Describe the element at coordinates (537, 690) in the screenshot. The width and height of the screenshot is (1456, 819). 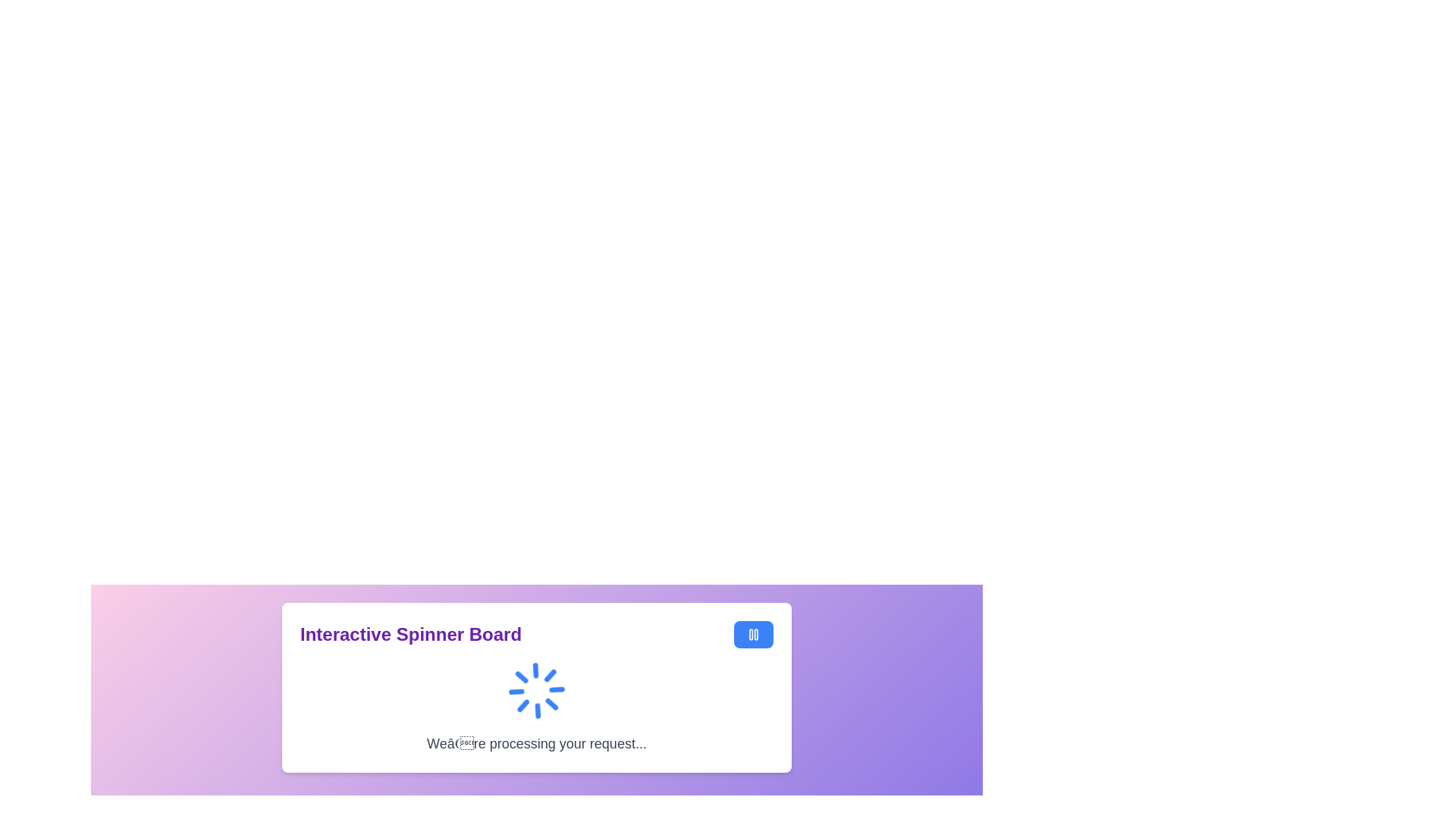
I see `the Loading Spinner, which is a circular spinner with blue and white arcs, located centrally within the panel under the title 'Interactive Spinner Board'` at that location.